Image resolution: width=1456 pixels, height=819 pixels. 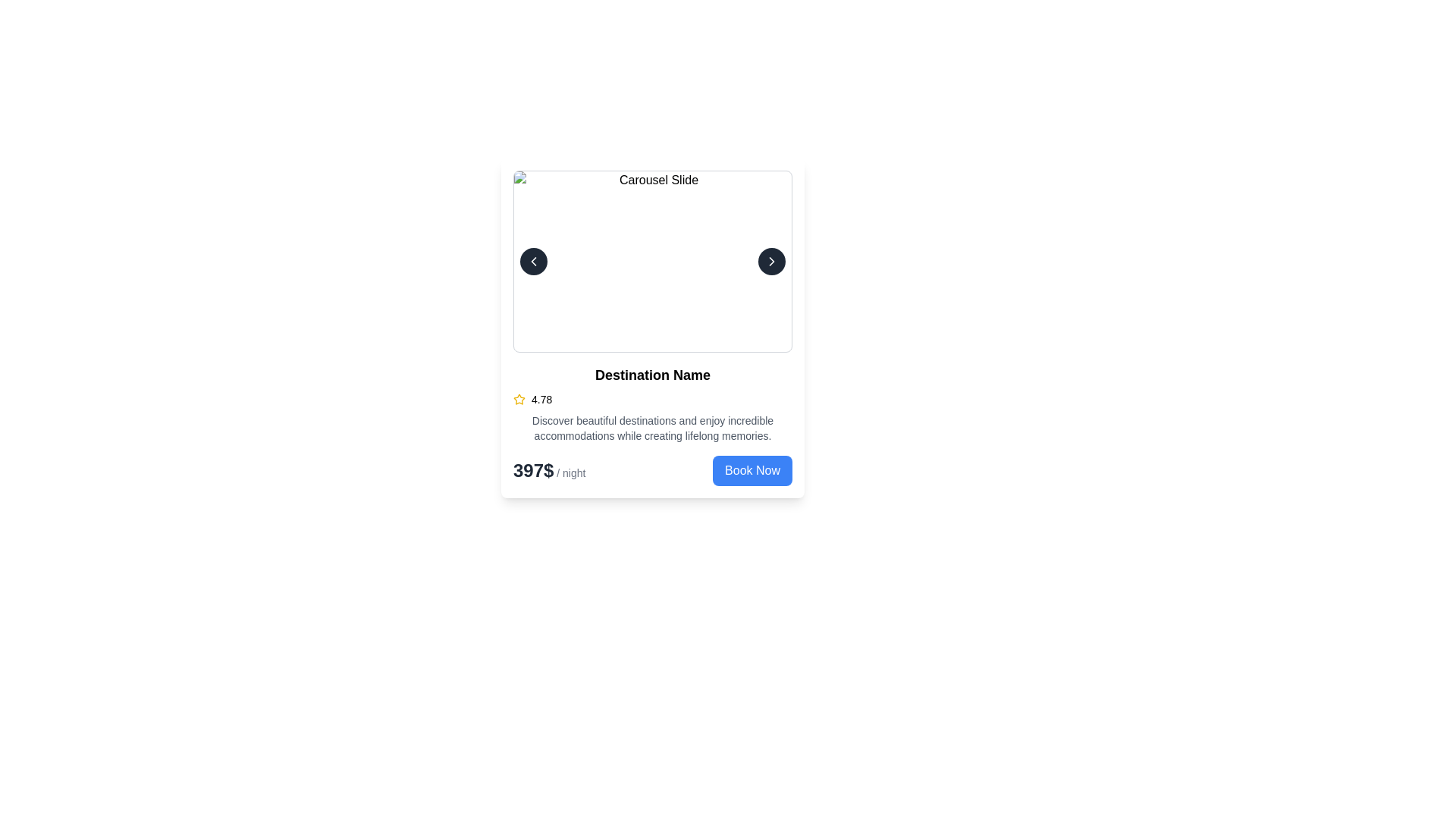 What do you see at coordinates (534, 260) in the screenshot?
I see `the left-facing chevron icon within the circular button of the carousel's navigation control` at bounding box center [534, 260].